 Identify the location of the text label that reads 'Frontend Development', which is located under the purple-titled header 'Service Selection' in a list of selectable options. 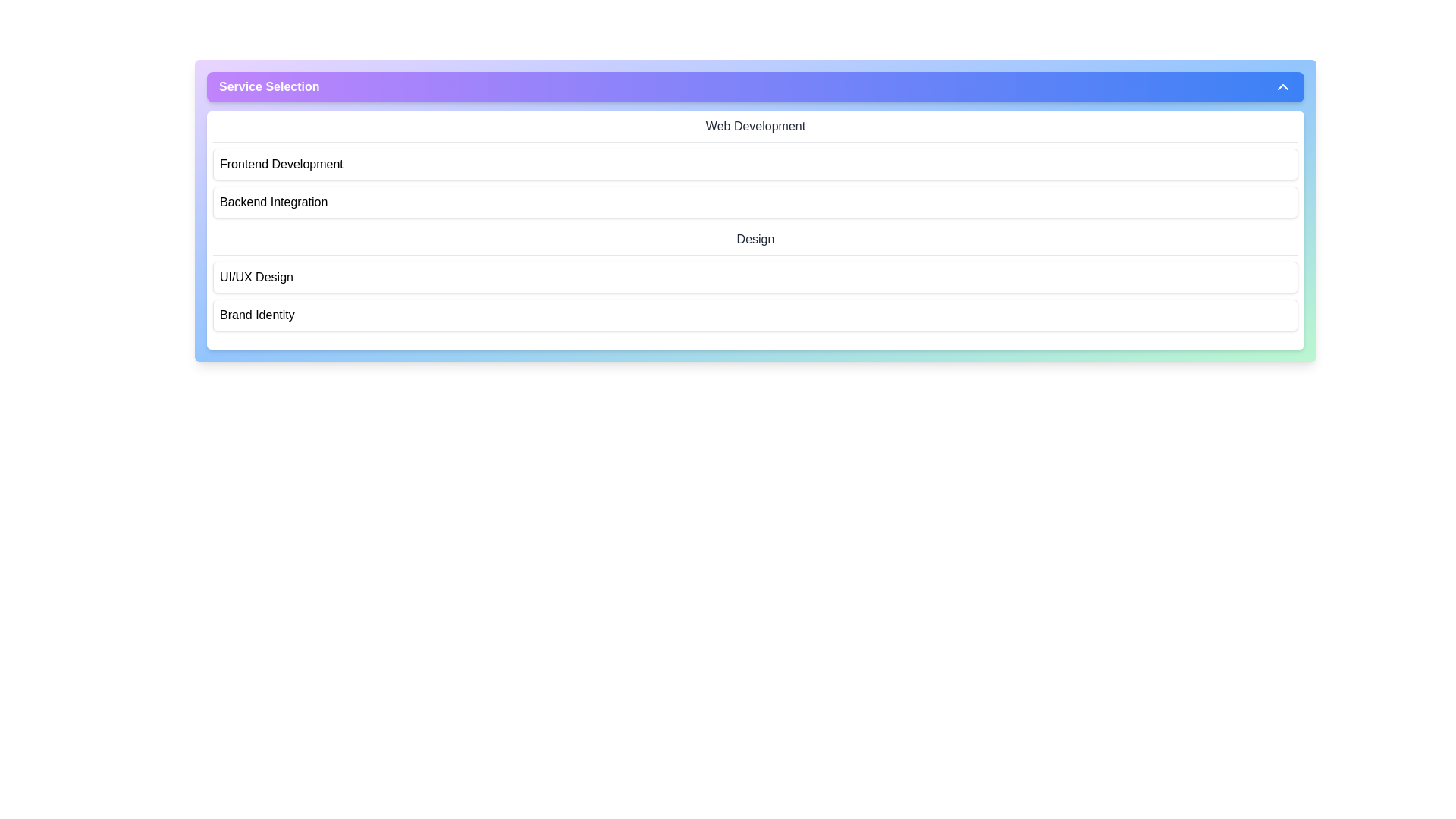
(281, 164).